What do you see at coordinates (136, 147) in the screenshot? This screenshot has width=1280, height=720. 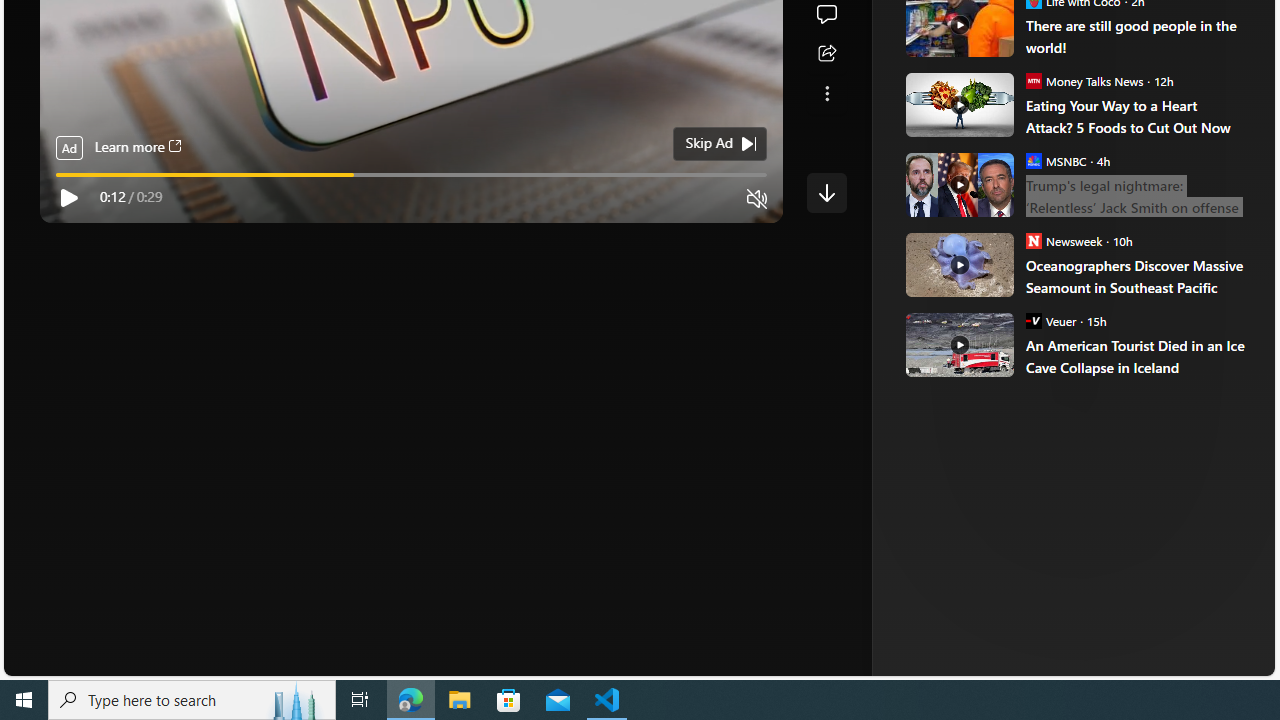 I see `'Learn more'` at bounding box center [136, 147].